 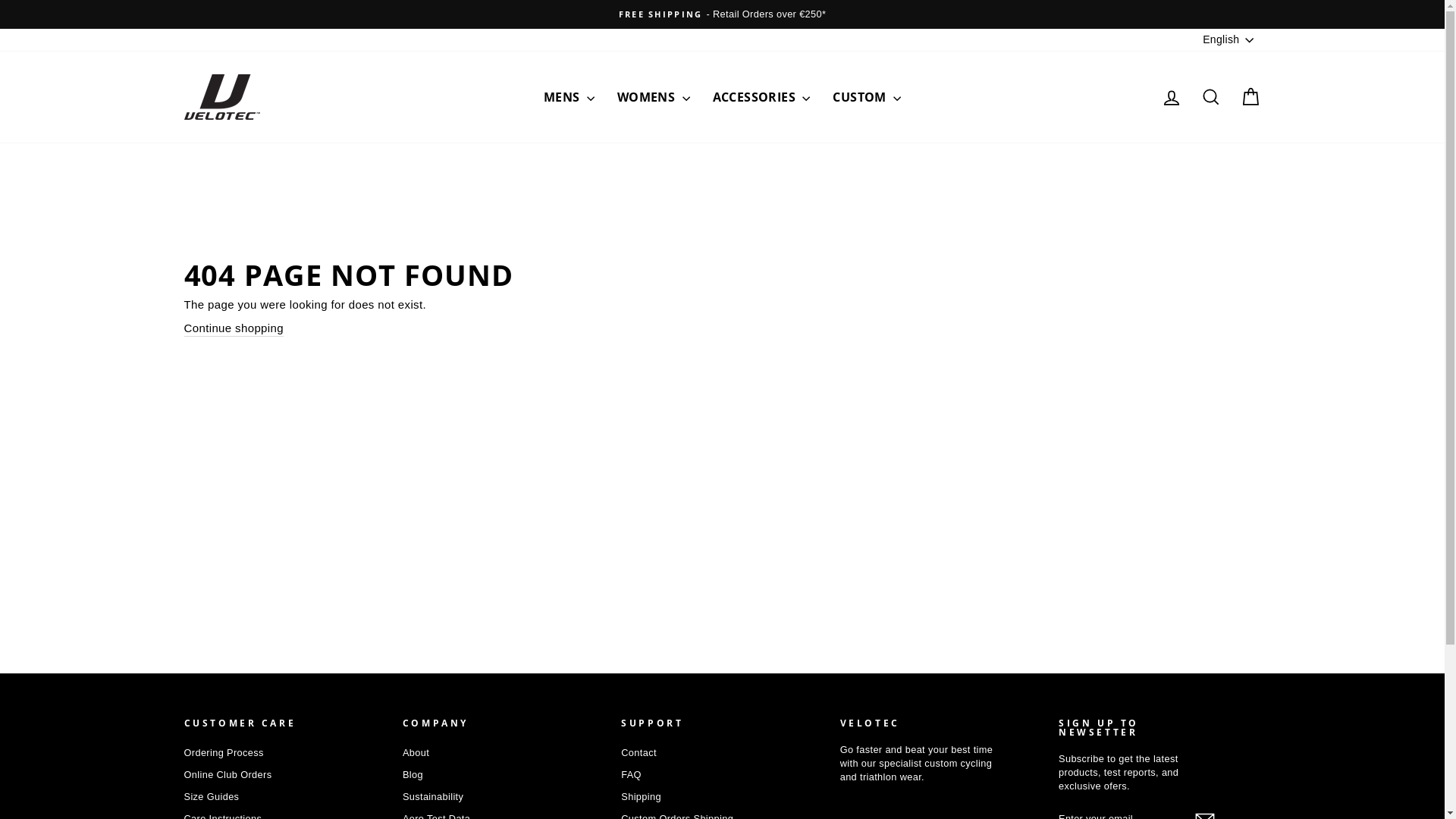 What do you see at coordinates (631, 775) in the screenshot?
I see `'FAQ'` at bounding box center [631, 775].